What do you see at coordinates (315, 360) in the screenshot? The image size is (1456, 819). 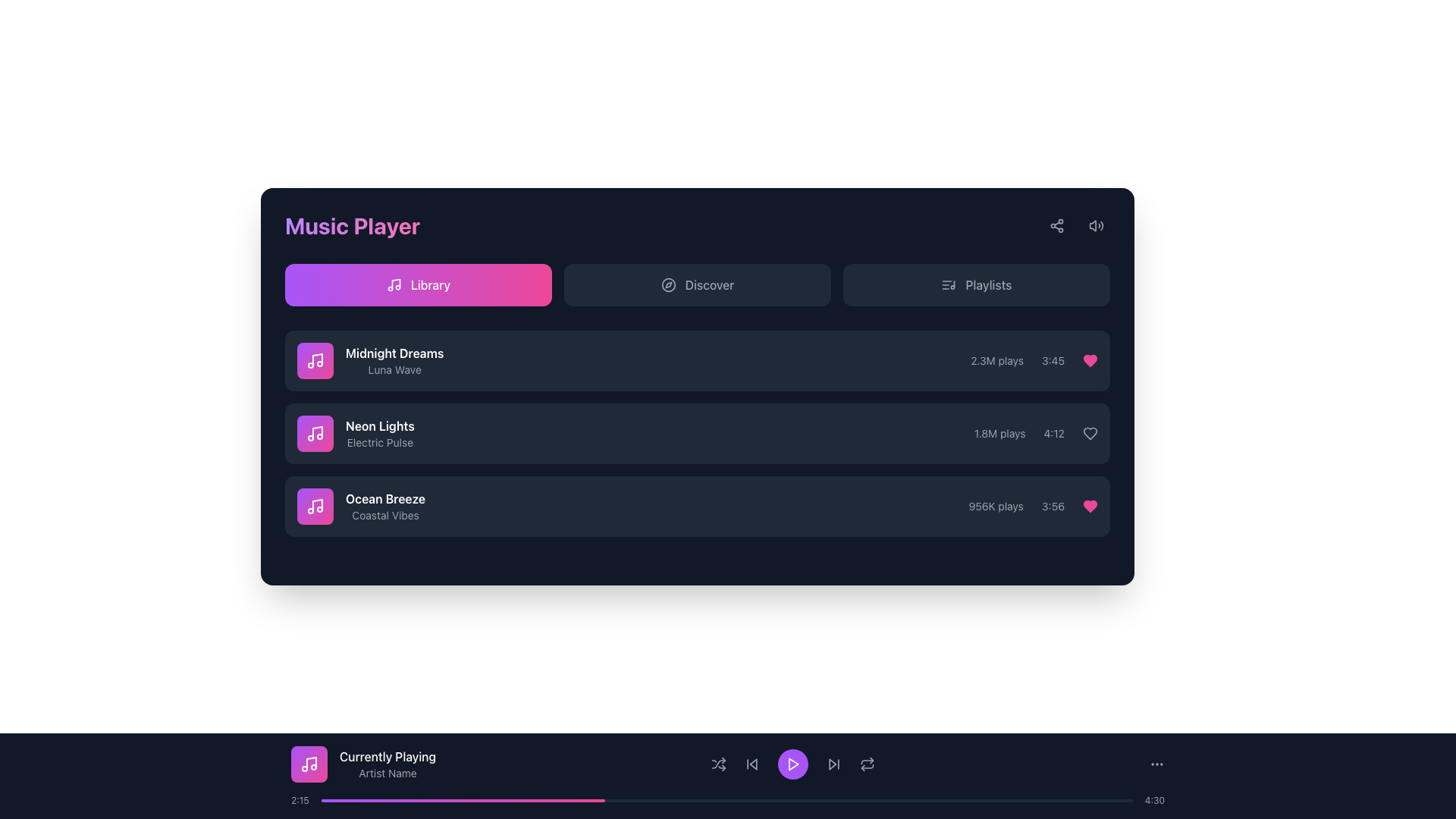 I see `the SVG music note icon with a gradient background, located in the top-left section of the music player interface` at bounding box center [315, 360].